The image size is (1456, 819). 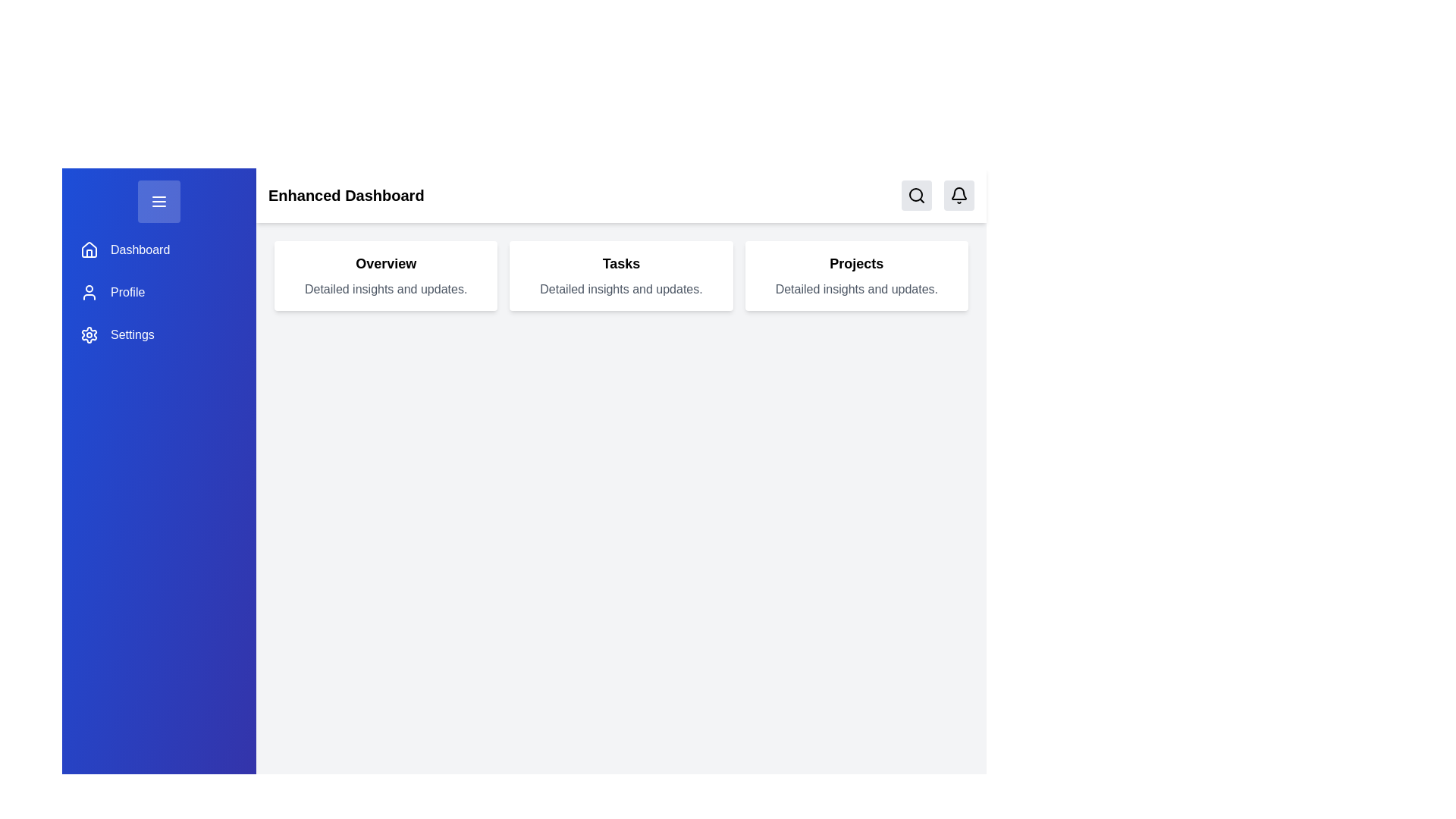 I want to click on the circular graphical element that represents the lens of the search icon located in the top-right corner of the interface, so click(x=915, y=194).